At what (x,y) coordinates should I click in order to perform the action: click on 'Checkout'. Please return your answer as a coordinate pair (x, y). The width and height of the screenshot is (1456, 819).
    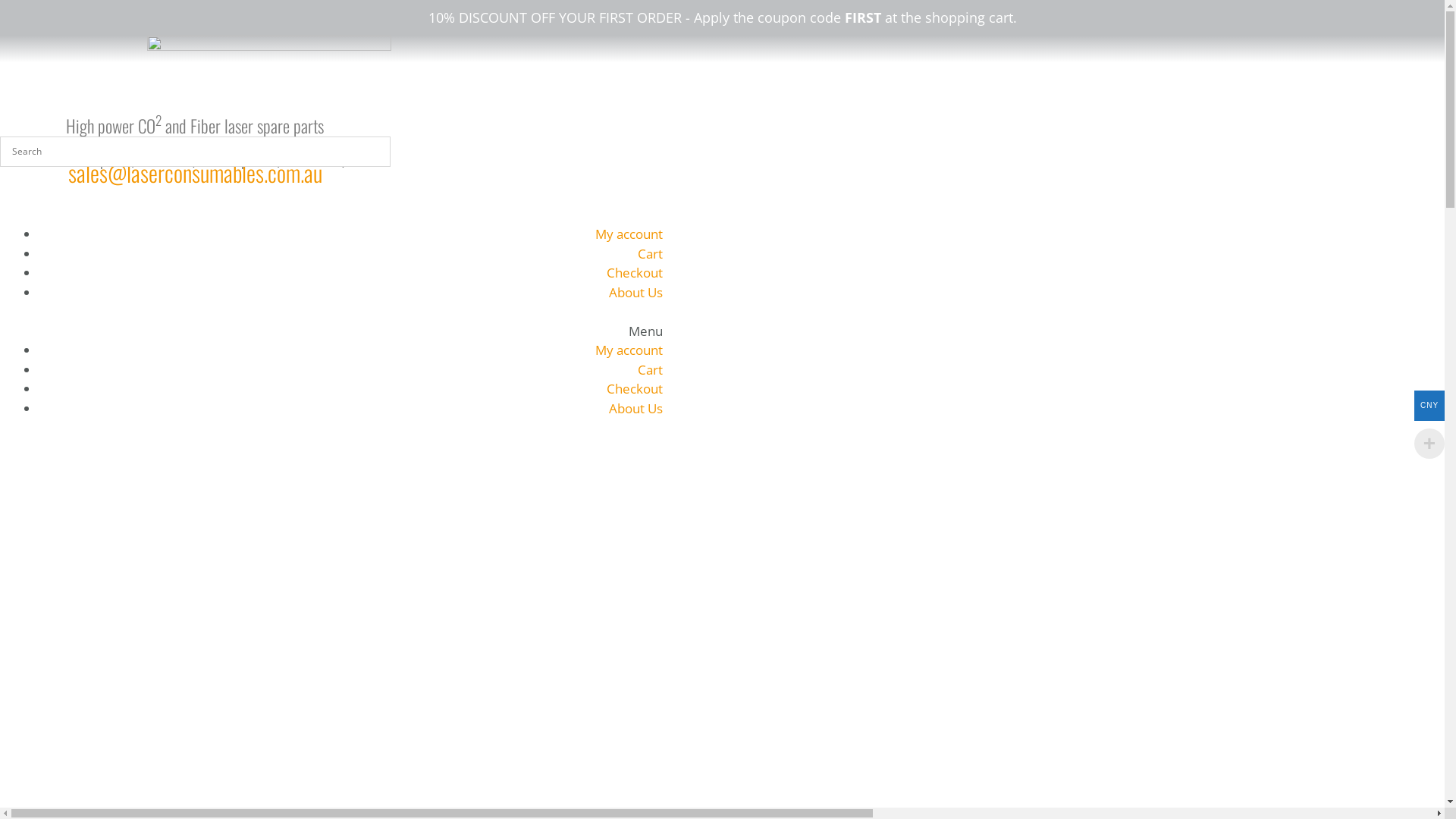
    Looking at the image, I should click on (634, 388).